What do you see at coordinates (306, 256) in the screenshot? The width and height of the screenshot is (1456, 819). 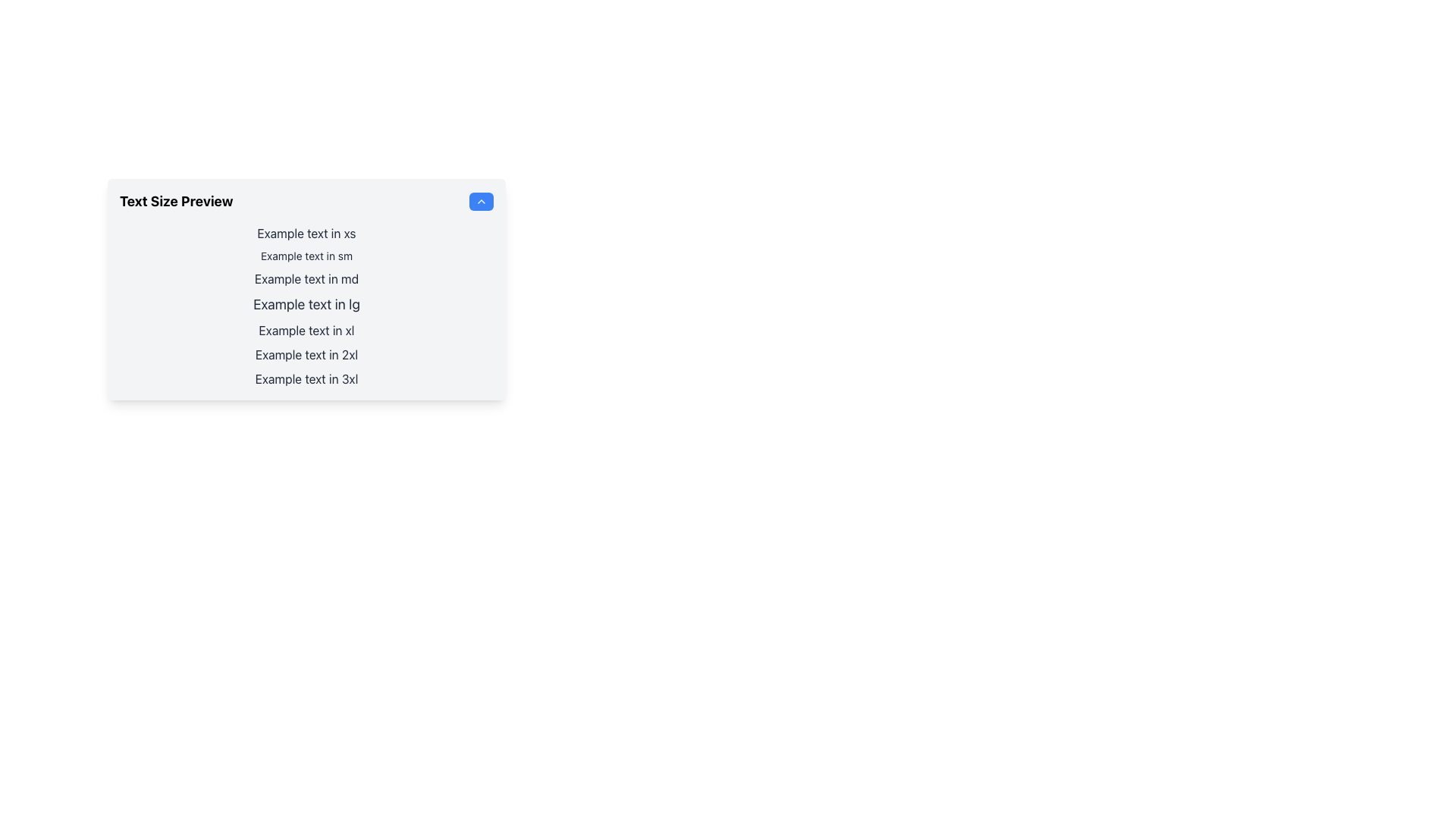 I see `the text label that demonstrates a small font size, positioned below 'Example text in xs' and above 'Example text in md'` at bounding box center [306, 256].